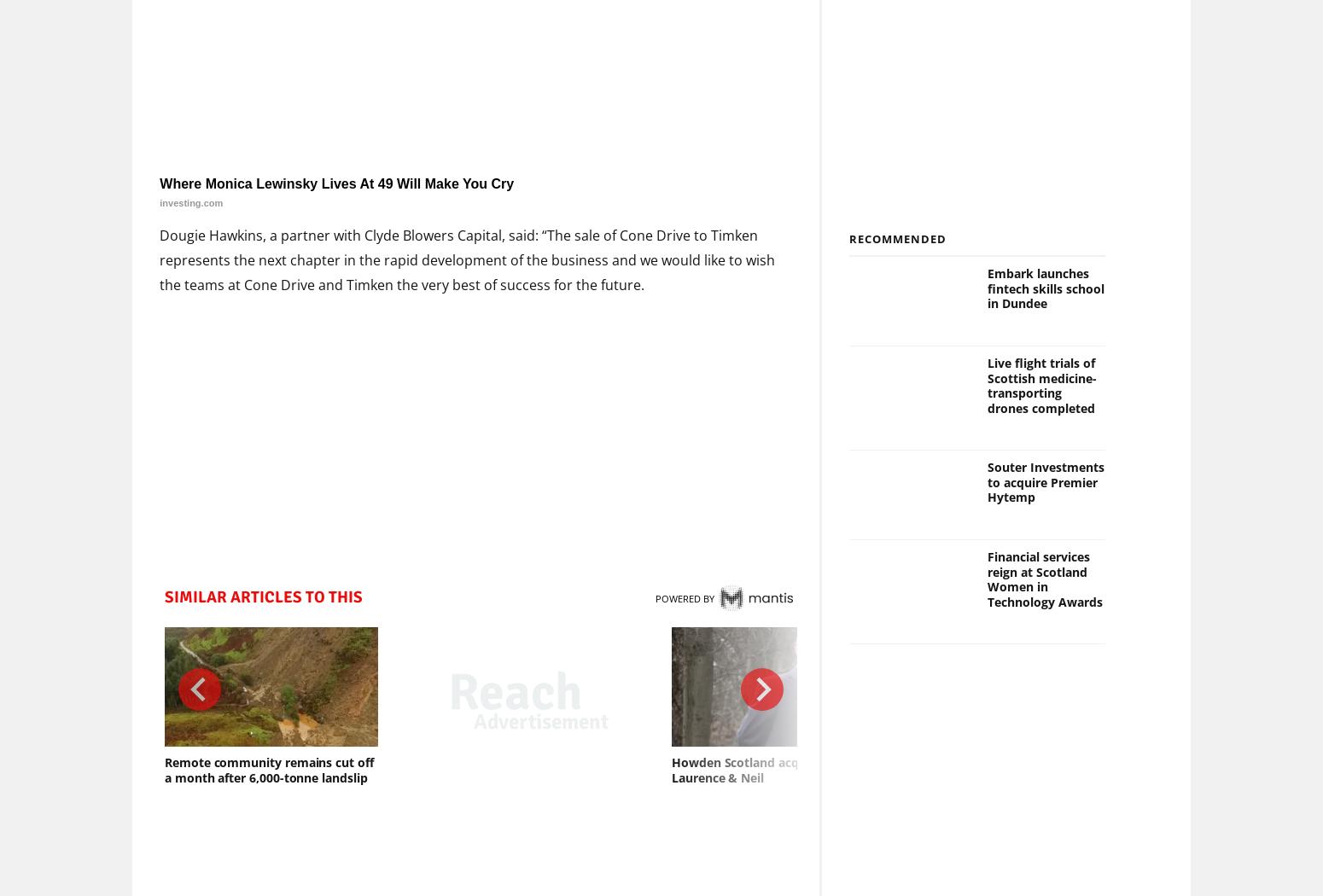 Image resolution: width=1323 pixels, height=896 pixels. Describe the element at coordinates (897, 236) in the screenshot. I see `'Recommended'` at that location.